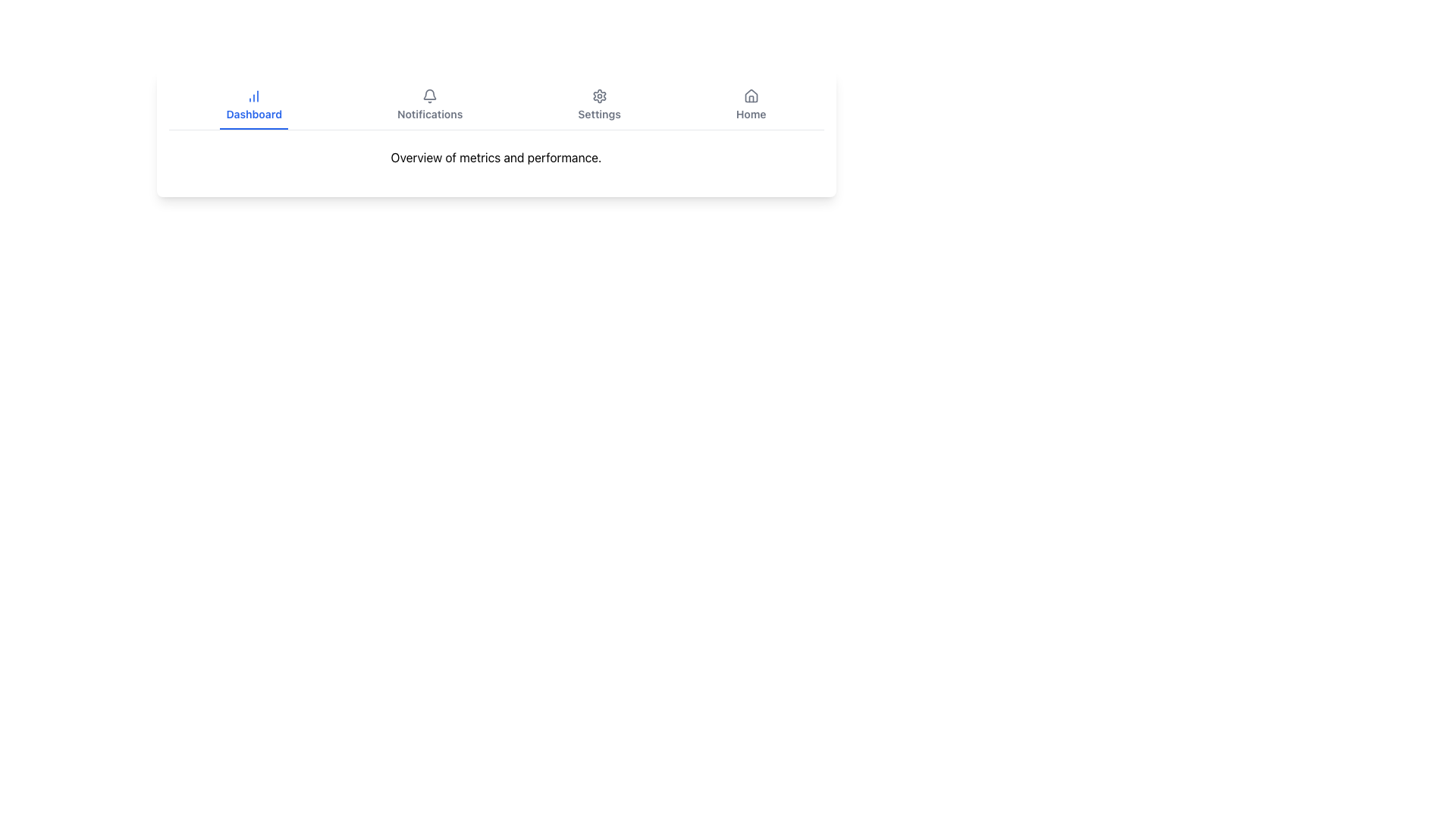 This screenshot has height=819, width=1456. Describe the element at coordinates (429, 113) in the screenshot. I see `the Text Label that names the functionality associated with the bell icon, located in the upper section of the interface near the center` at that location.